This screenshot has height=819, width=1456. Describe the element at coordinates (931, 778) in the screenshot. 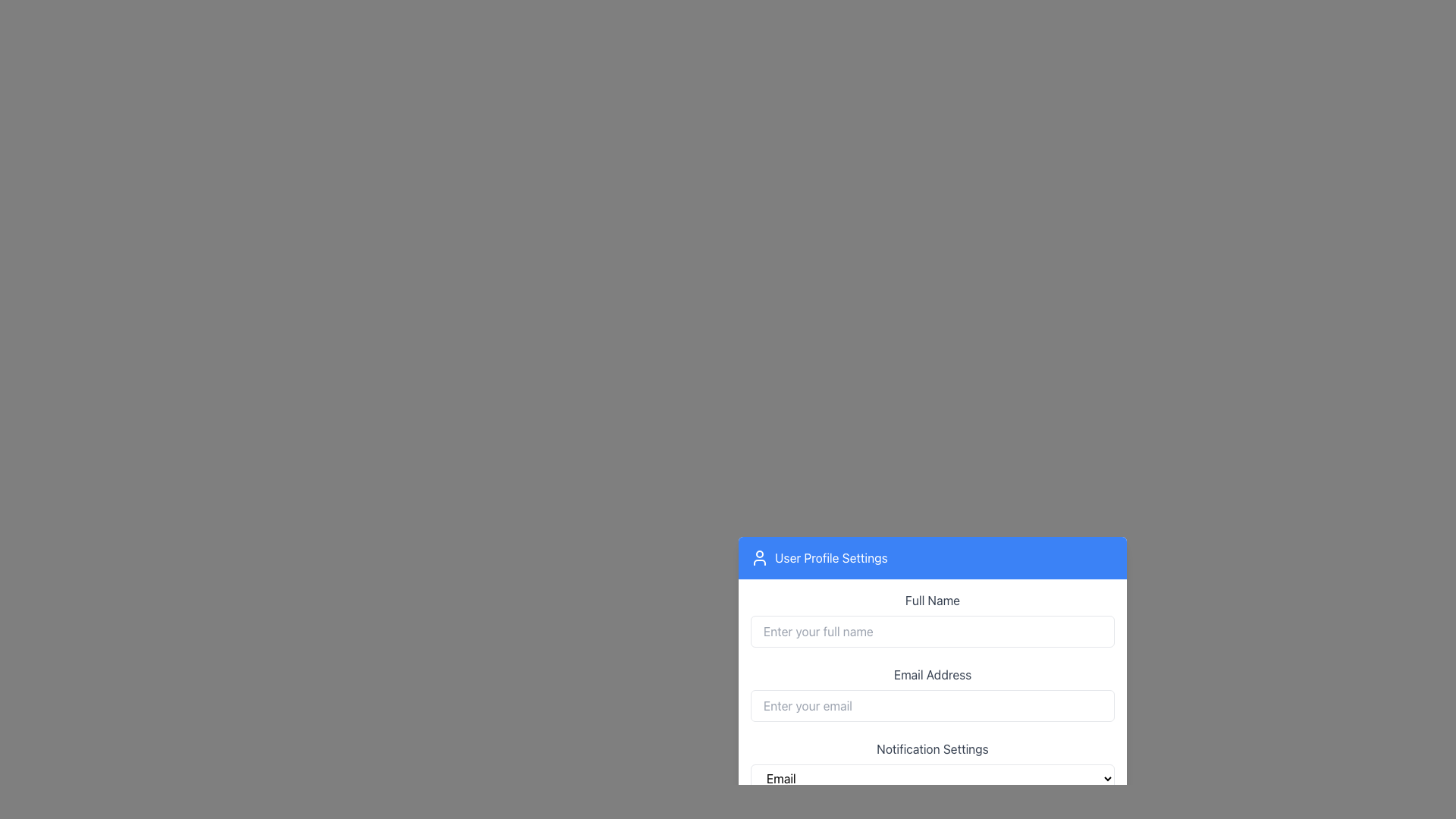

I see `the Dropdown menu for selecting notification methods located beneath 'Notification Settings'` at that location.